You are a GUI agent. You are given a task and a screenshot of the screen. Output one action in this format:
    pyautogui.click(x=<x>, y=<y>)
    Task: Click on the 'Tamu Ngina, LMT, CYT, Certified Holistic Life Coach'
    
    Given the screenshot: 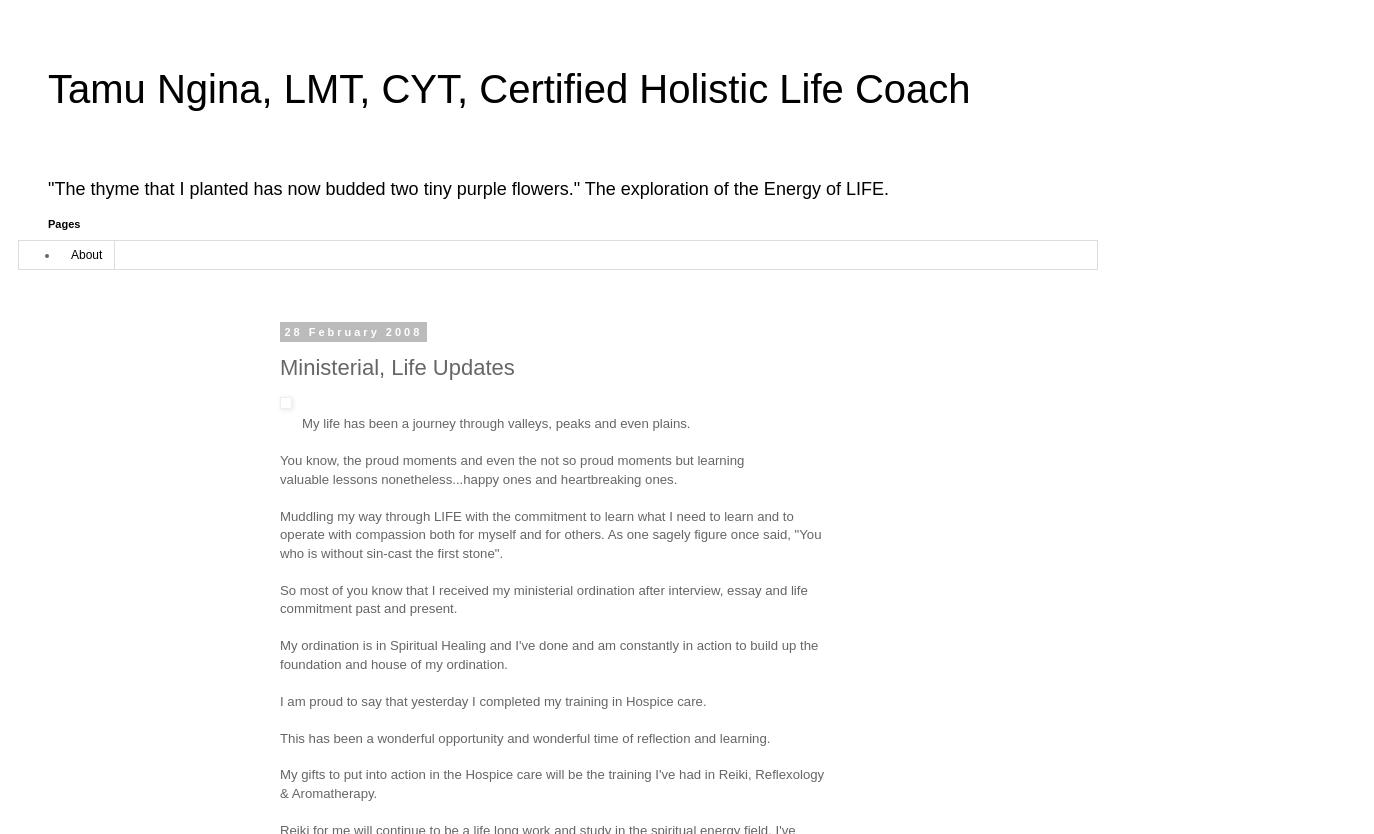 What is the action you would take?
    pyautogui.click(x=46, y=86)
    